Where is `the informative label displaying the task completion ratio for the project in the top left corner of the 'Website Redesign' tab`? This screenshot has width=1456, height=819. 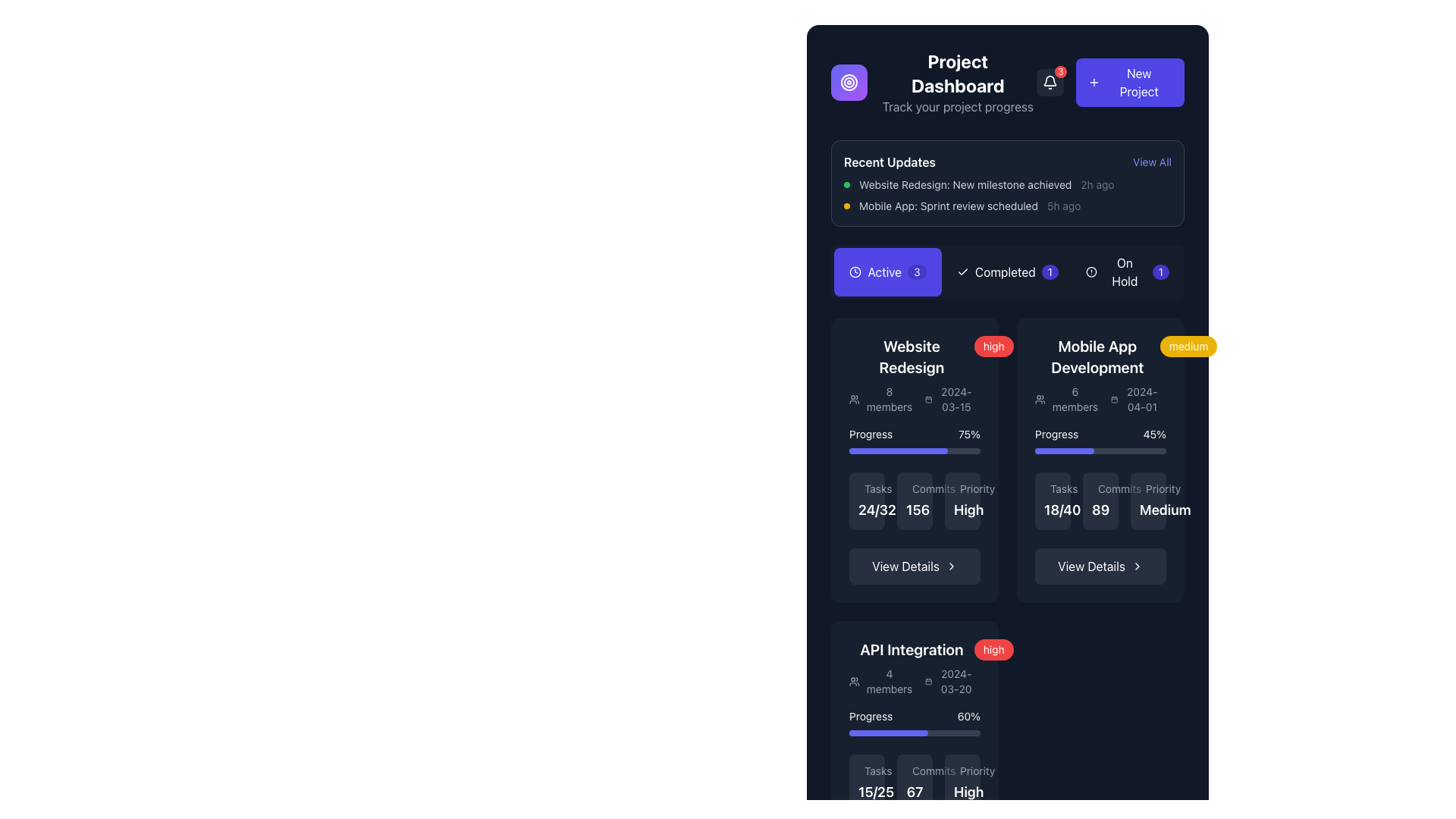
the informative label displaying the task completion ratio for the project in the top left corner of the 'Website Redesign' tab is located at coordinates (867, 500).